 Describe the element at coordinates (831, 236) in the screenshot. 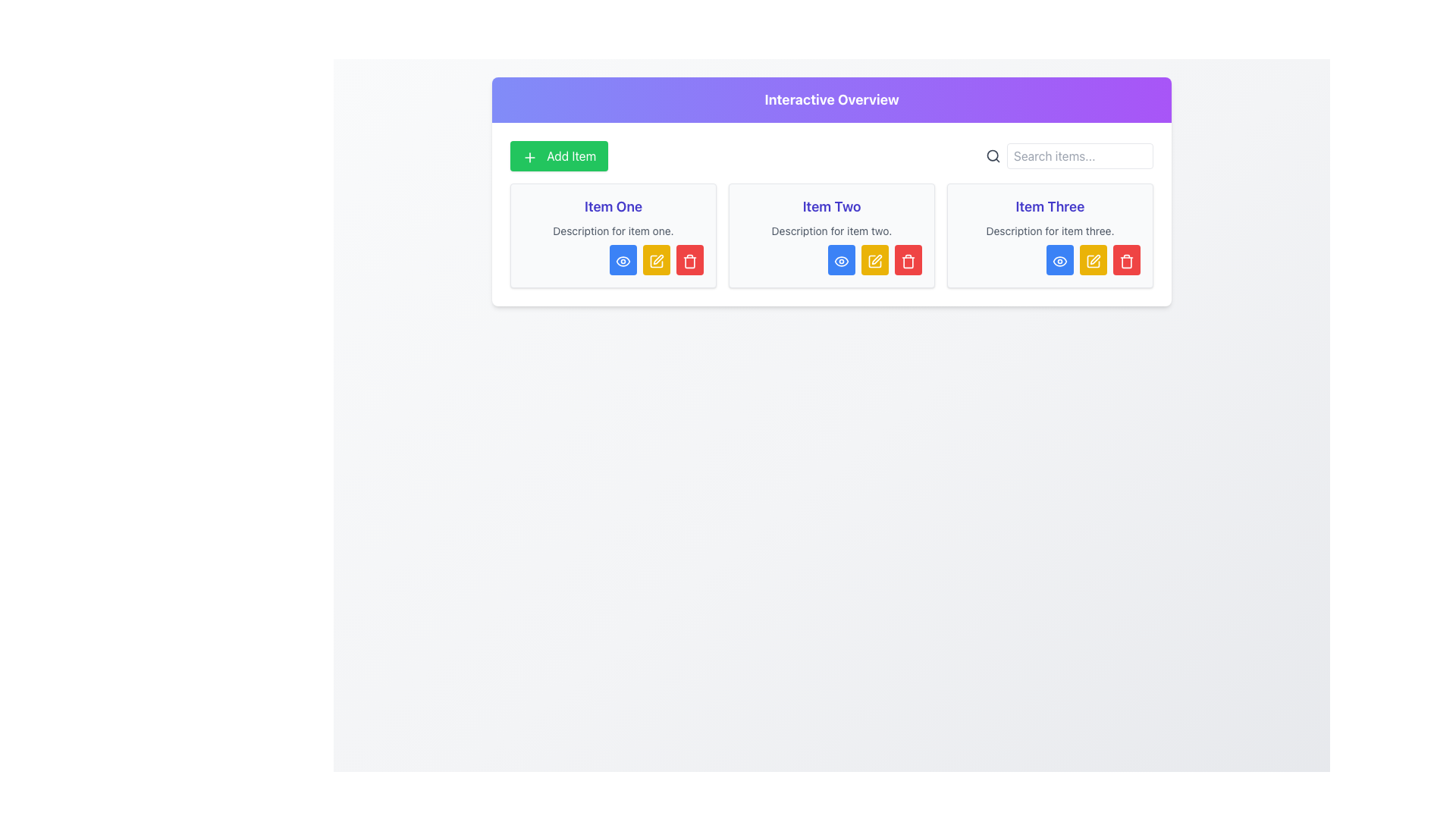

I see `the interactive card` at that location.